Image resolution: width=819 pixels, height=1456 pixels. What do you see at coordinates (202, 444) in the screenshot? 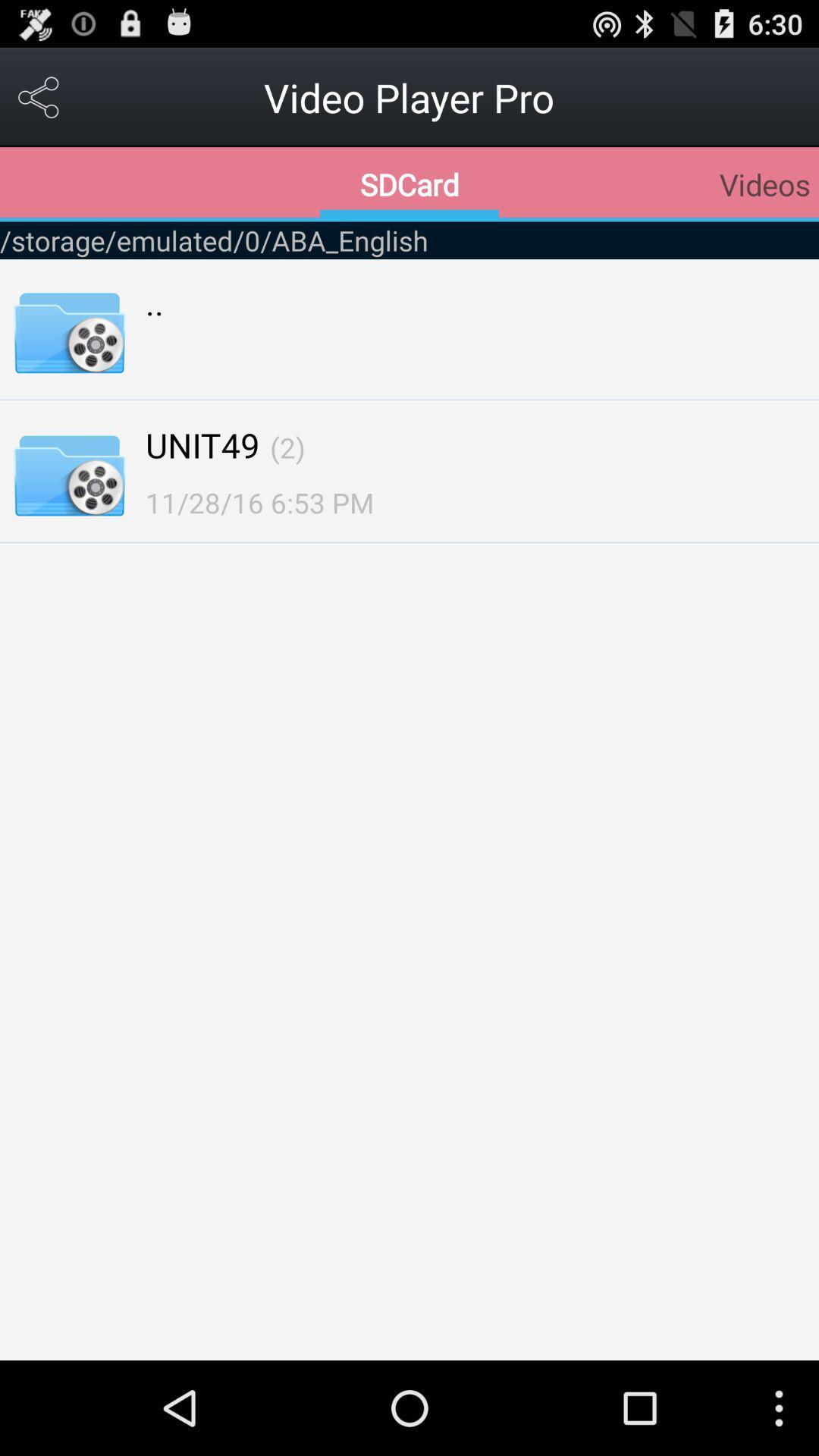
I see `unit49 icon` at bounding box center [202, 444].